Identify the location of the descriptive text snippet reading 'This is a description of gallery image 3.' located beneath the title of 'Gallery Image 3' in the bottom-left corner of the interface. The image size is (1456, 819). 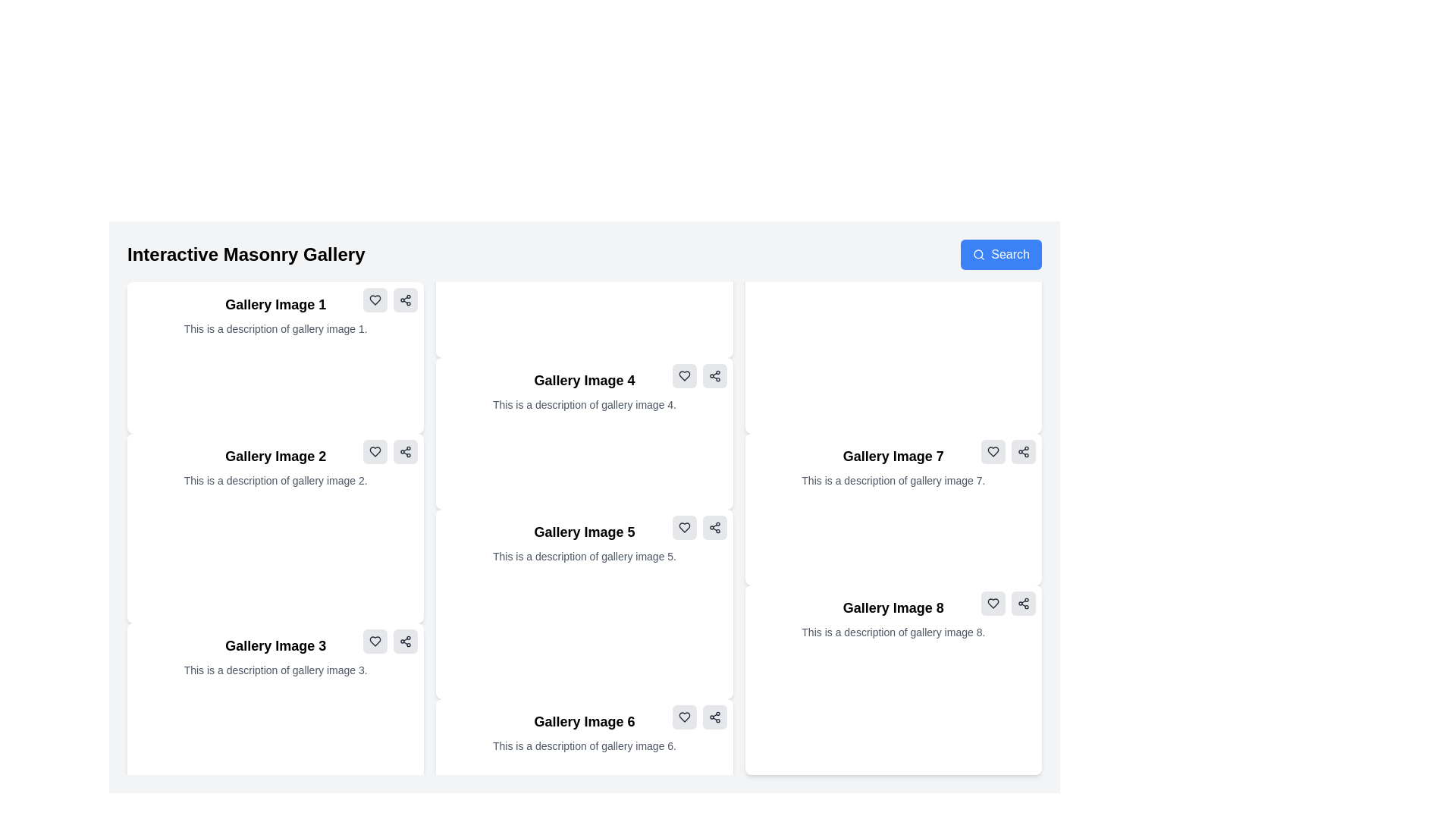
(275, 669).